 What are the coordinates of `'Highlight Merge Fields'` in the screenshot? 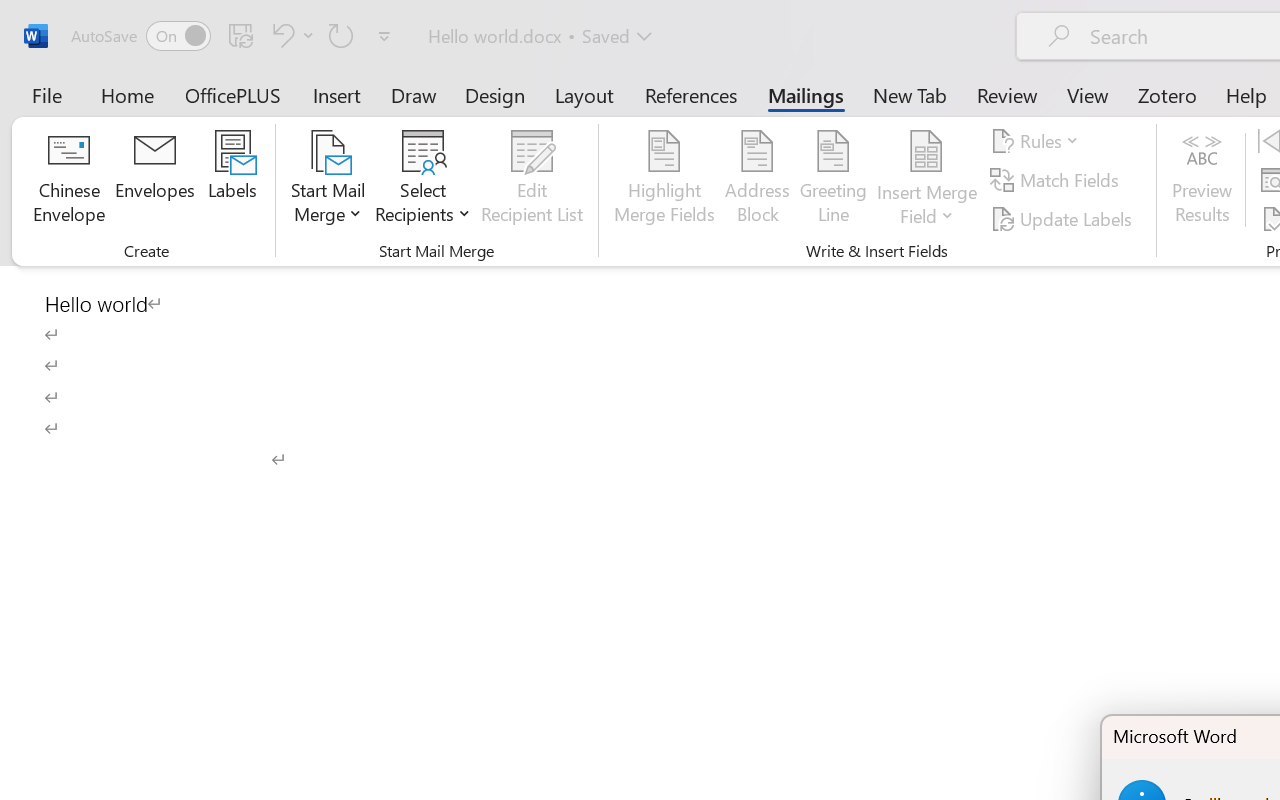 It's located at (664, 179).